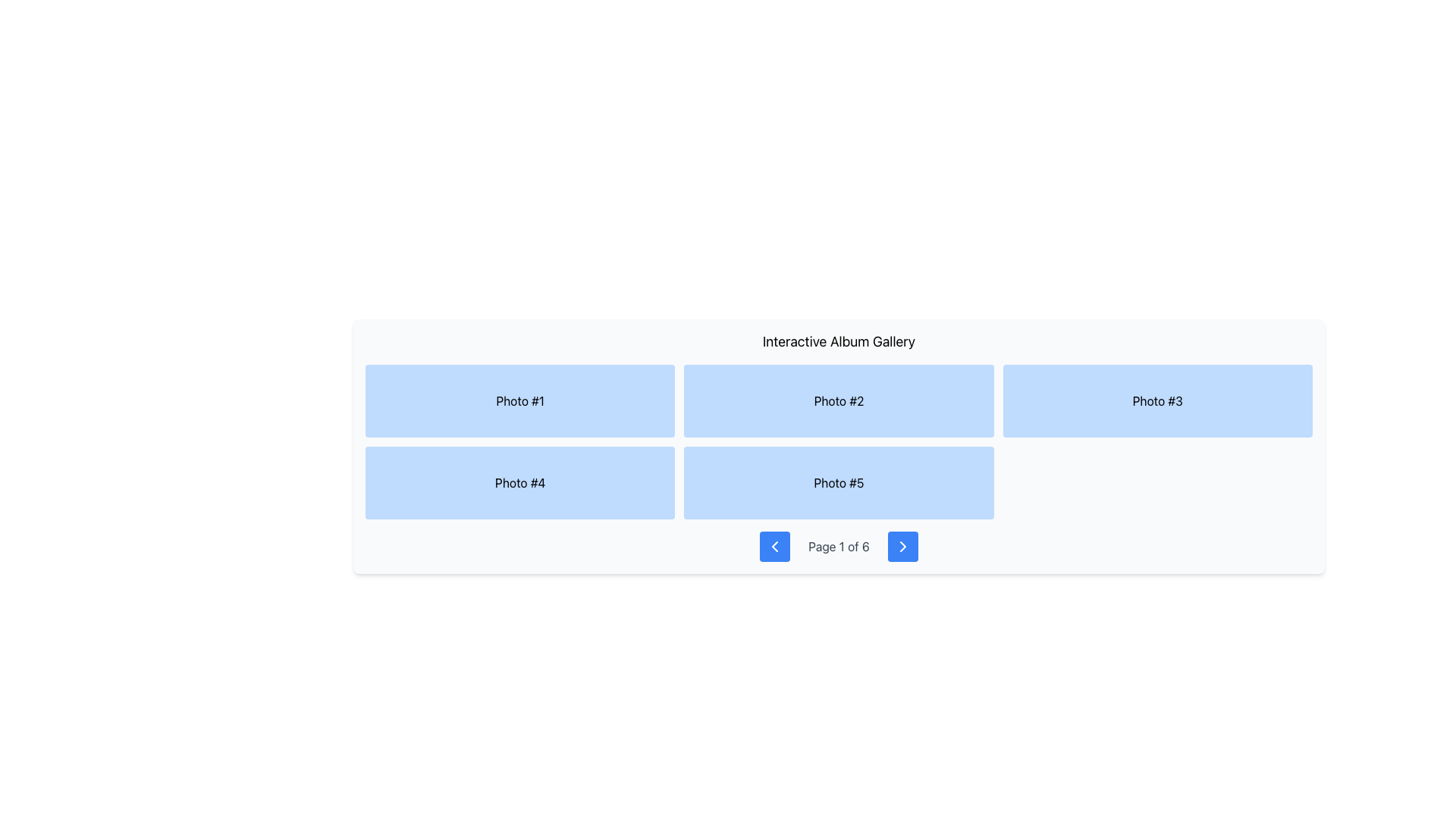 The image size is (1456, 819). I want to click on the photo labeled 'Photo #5' in the 'Interactive Album Gallery' which is the fifth item in the grid layout, so click(838, 482).